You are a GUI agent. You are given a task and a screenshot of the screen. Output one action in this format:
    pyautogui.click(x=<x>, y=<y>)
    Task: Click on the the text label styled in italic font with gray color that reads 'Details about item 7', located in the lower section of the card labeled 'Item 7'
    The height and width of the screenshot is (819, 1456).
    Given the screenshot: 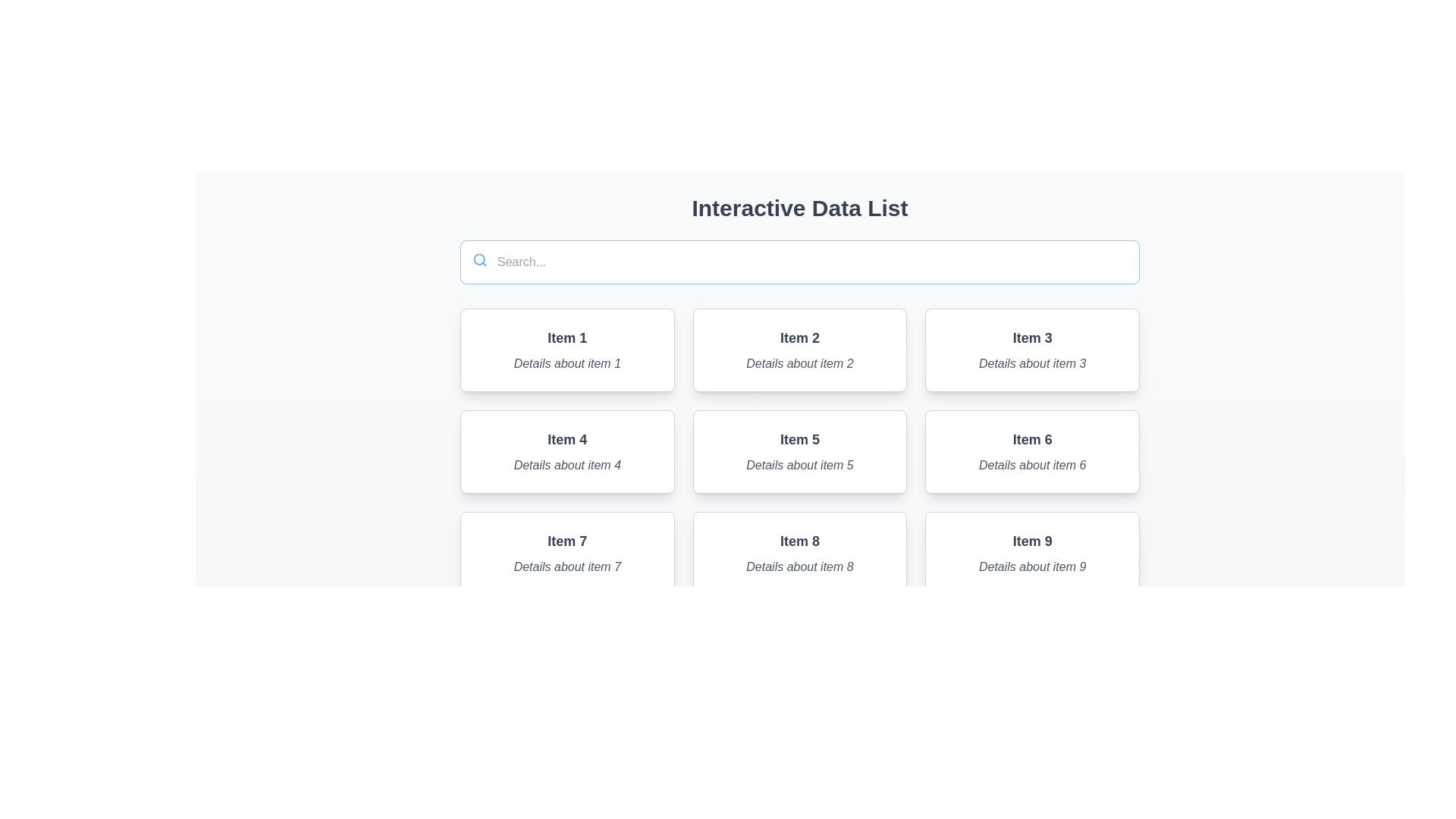 What is the action you would take?
    pyautogui.click(x=566, y=567)
    